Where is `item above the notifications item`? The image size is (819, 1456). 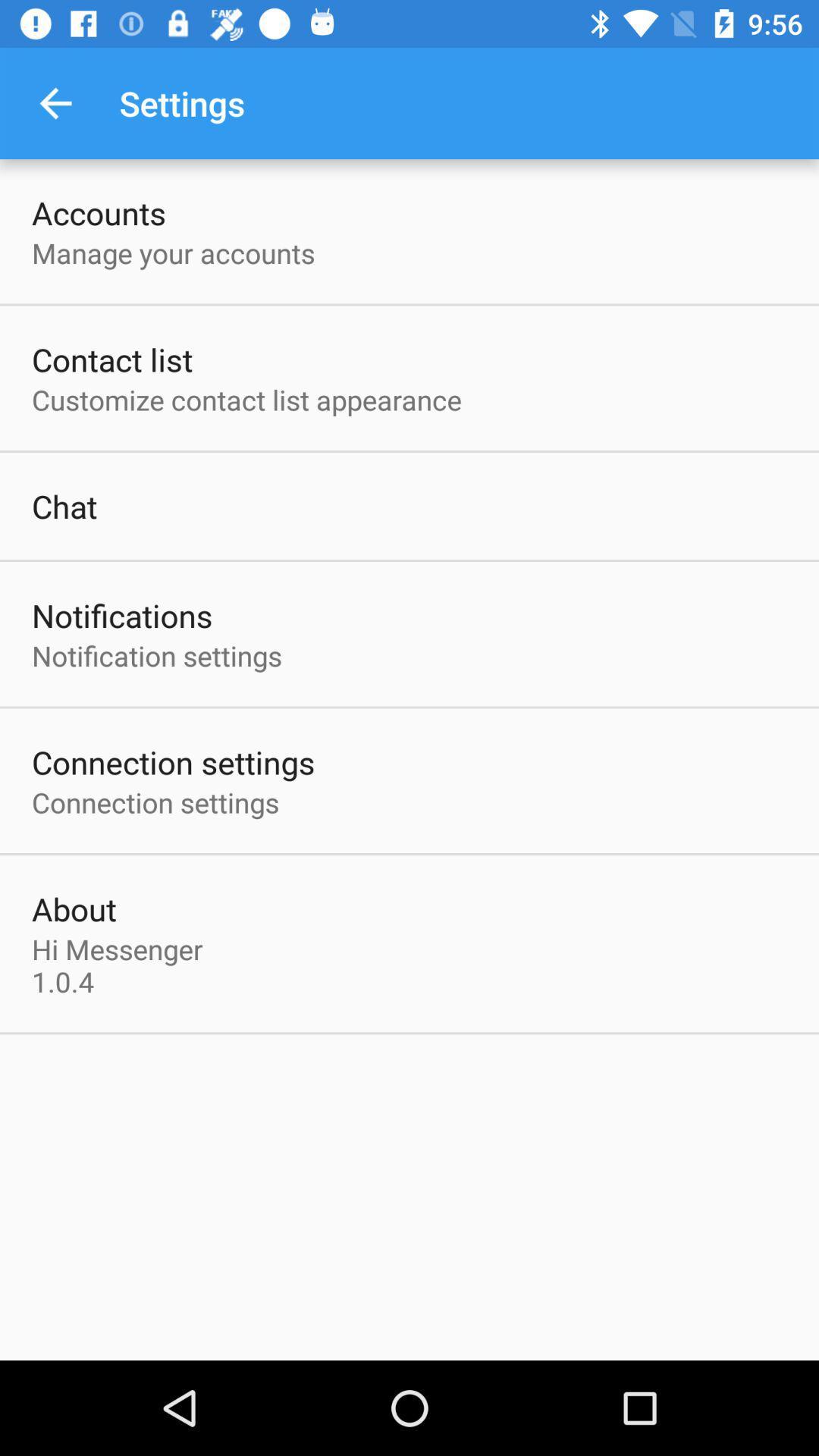
item above the notifications item is located at coordinates (64, 506).